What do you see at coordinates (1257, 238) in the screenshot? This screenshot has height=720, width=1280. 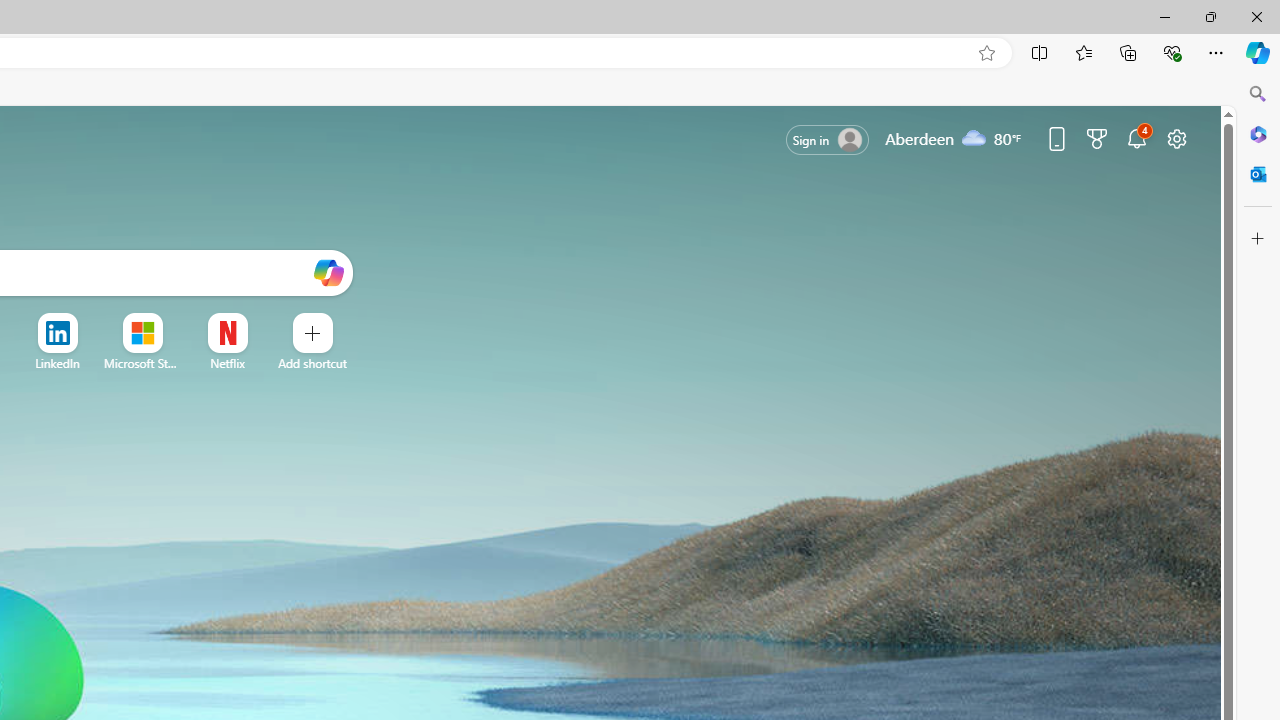 I see `'Customize'` at bounding box center [1257, 238].